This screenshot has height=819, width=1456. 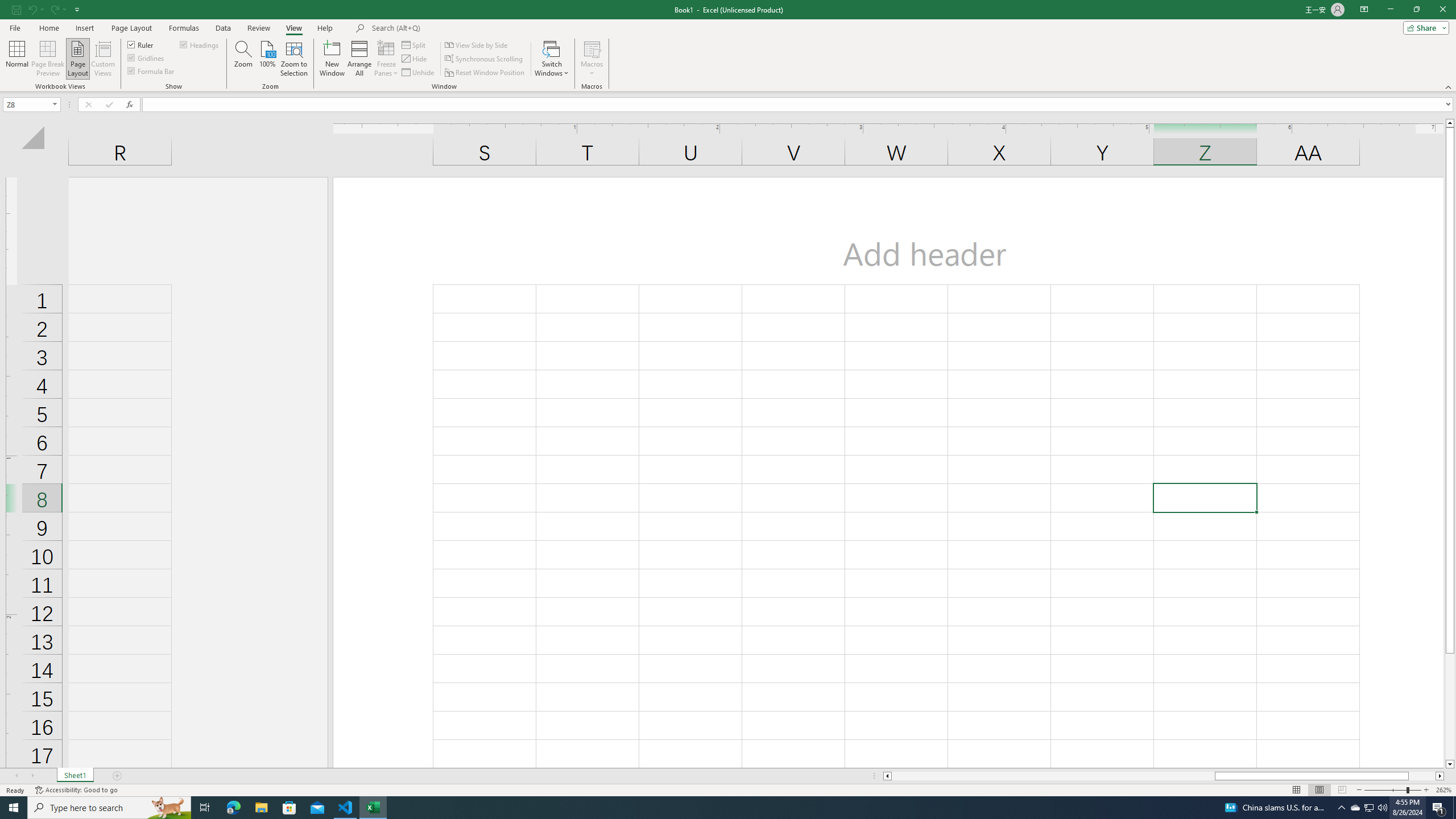 I want to click on 'Custom Views...', so click(x=102, y=59).